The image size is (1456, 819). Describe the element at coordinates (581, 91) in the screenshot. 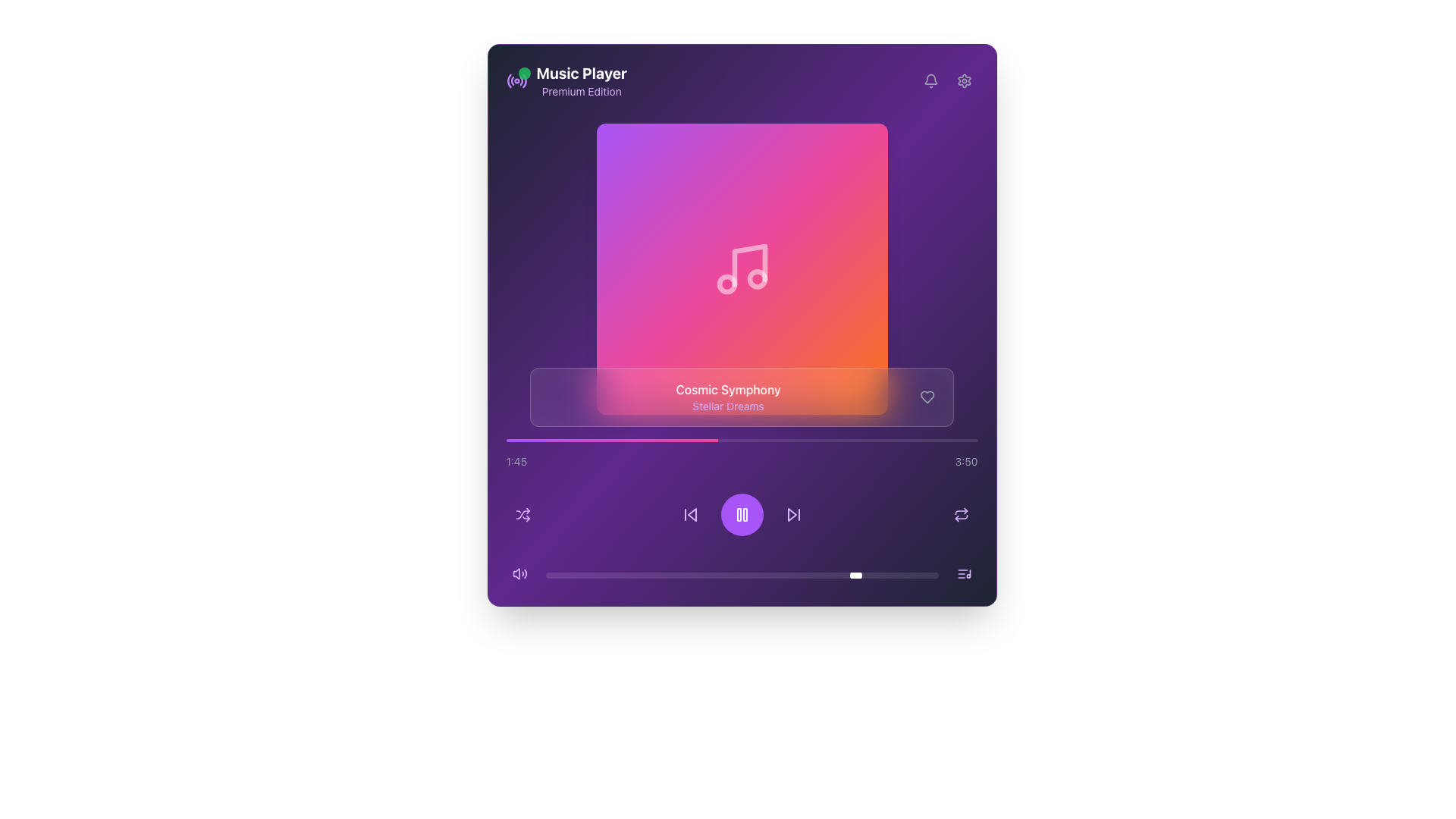

I see `text label displaying 'Premium Edition', which is styled with a small font size and purple coloring, located below the 'Music Player' text` at that location.